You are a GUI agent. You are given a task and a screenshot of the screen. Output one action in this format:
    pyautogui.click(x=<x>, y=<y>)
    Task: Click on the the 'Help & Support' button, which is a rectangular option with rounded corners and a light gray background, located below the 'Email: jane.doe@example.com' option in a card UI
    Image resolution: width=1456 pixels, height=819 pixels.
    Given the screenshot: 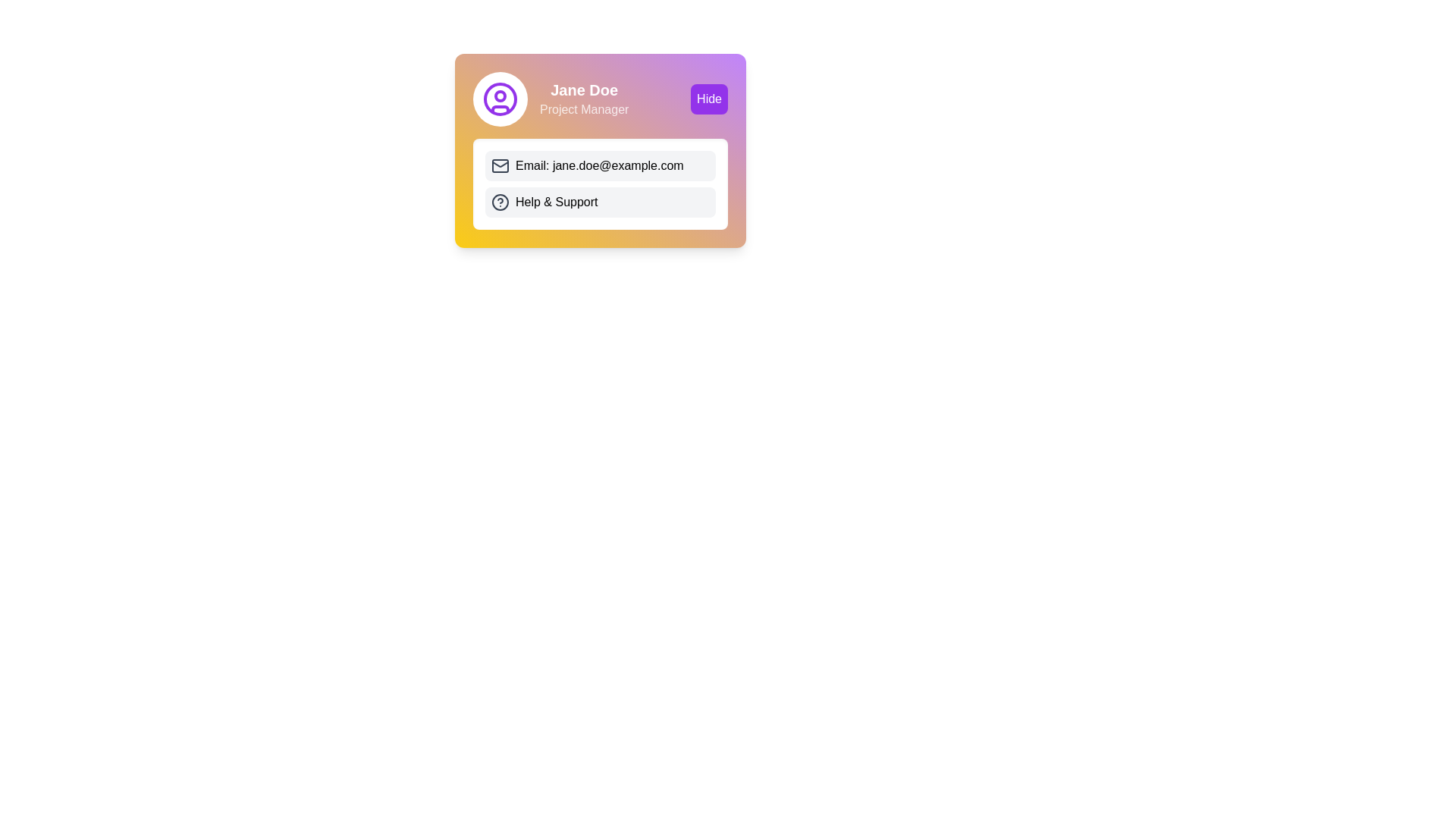 What is the action you would take?
    pyautogui.click(x=600, y=201)
    